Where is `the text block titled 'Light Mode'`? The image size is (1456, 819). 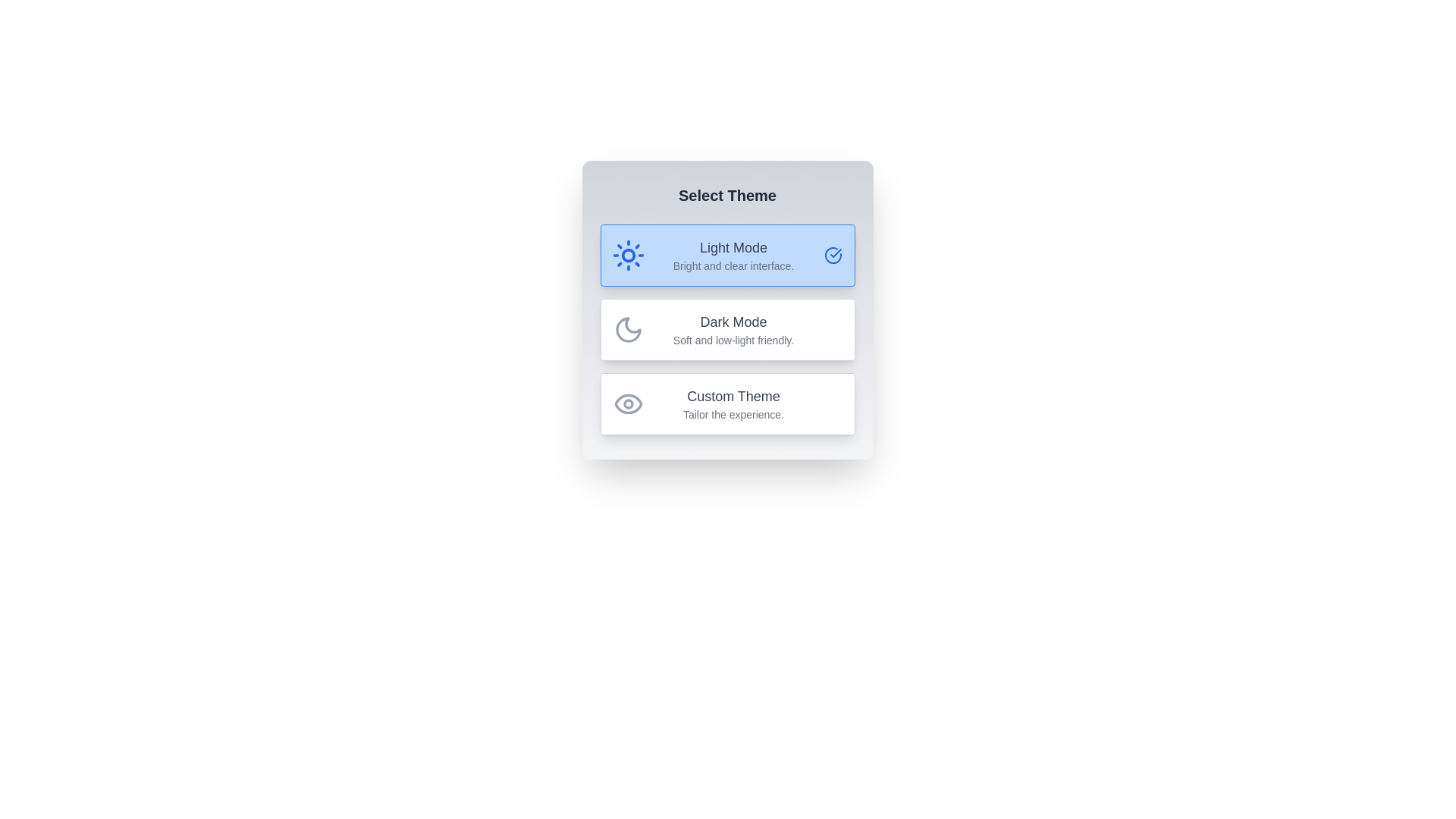
the text block titled 'Light Mode' is located at coordinates (733, 254).